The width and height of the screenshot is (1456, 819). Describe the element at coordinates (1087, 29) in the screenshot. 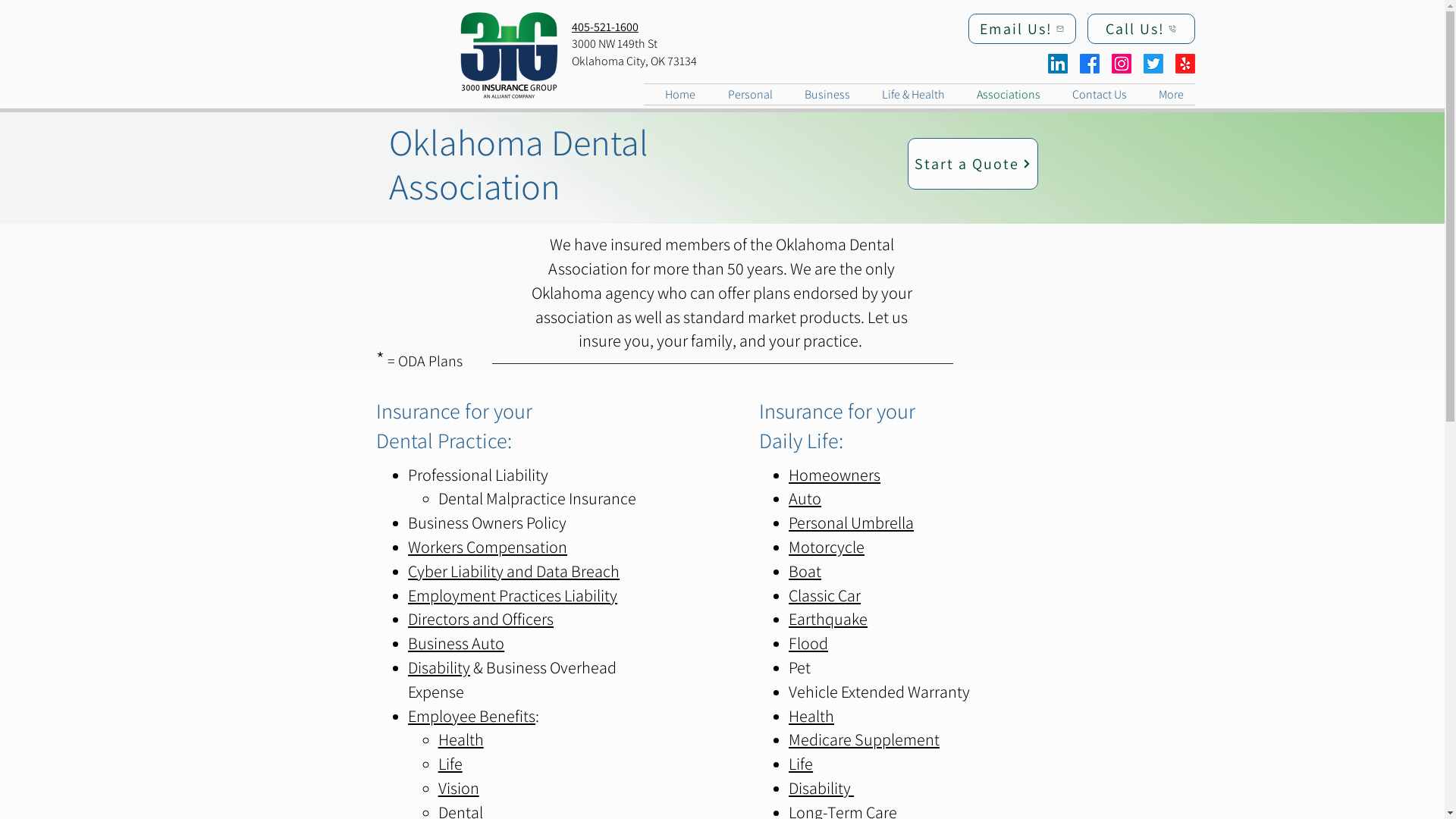

I see `'Call Us!'` at that location.